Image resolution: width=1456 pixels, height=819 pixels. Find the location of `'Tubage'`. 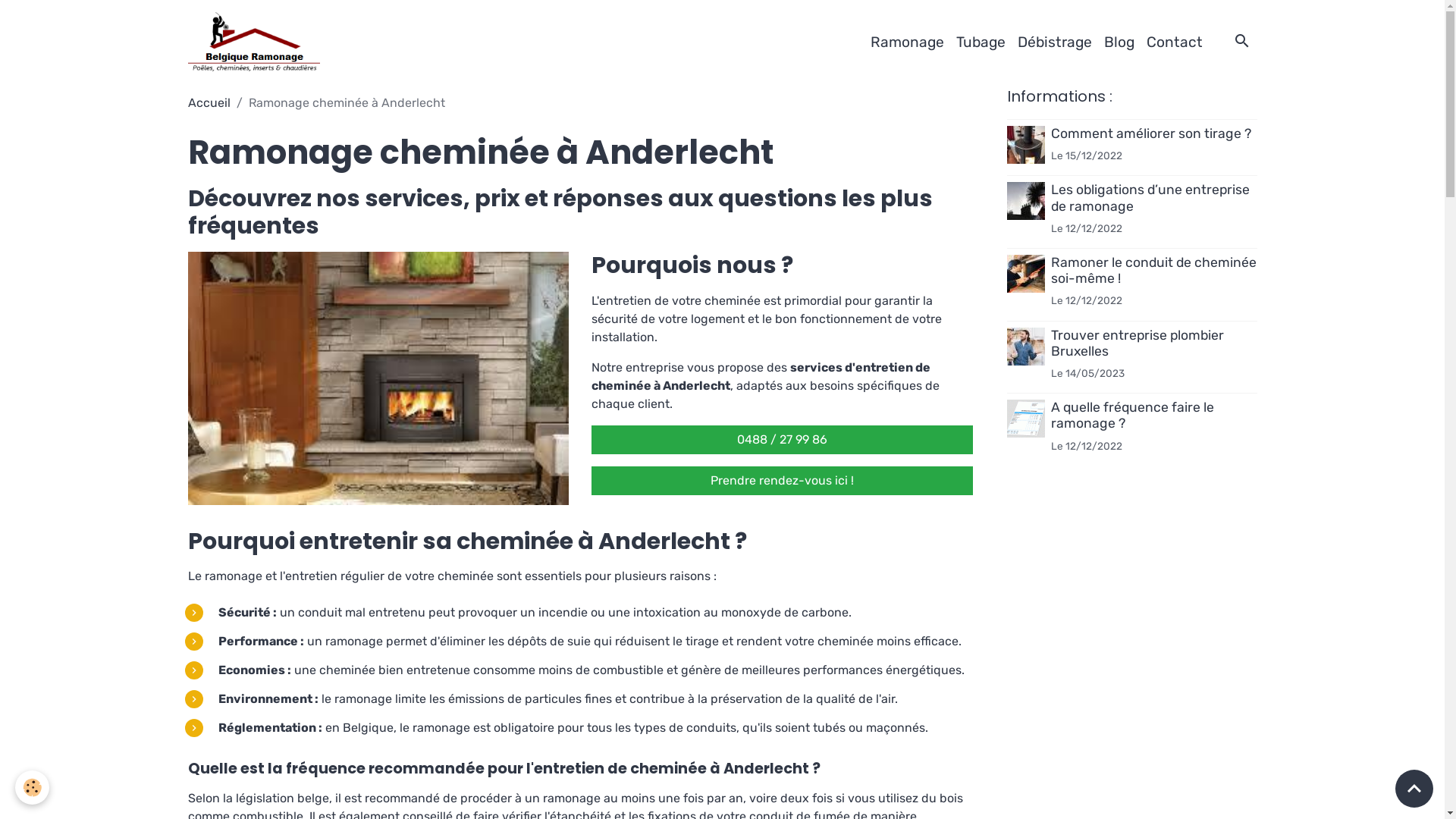

'Tubage' is located at coordinates (980, 42).